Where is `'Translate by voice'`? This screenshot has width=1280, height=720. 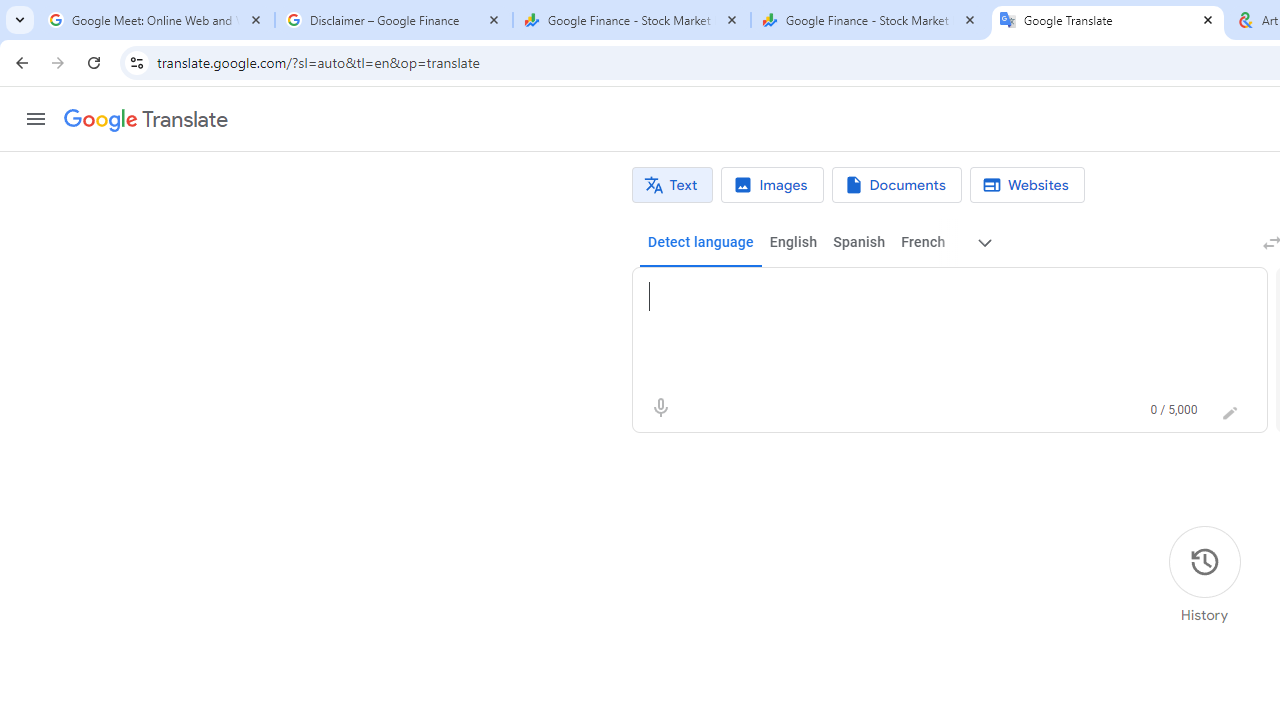
'Translate by voice' is located at coordinates (660, 406).